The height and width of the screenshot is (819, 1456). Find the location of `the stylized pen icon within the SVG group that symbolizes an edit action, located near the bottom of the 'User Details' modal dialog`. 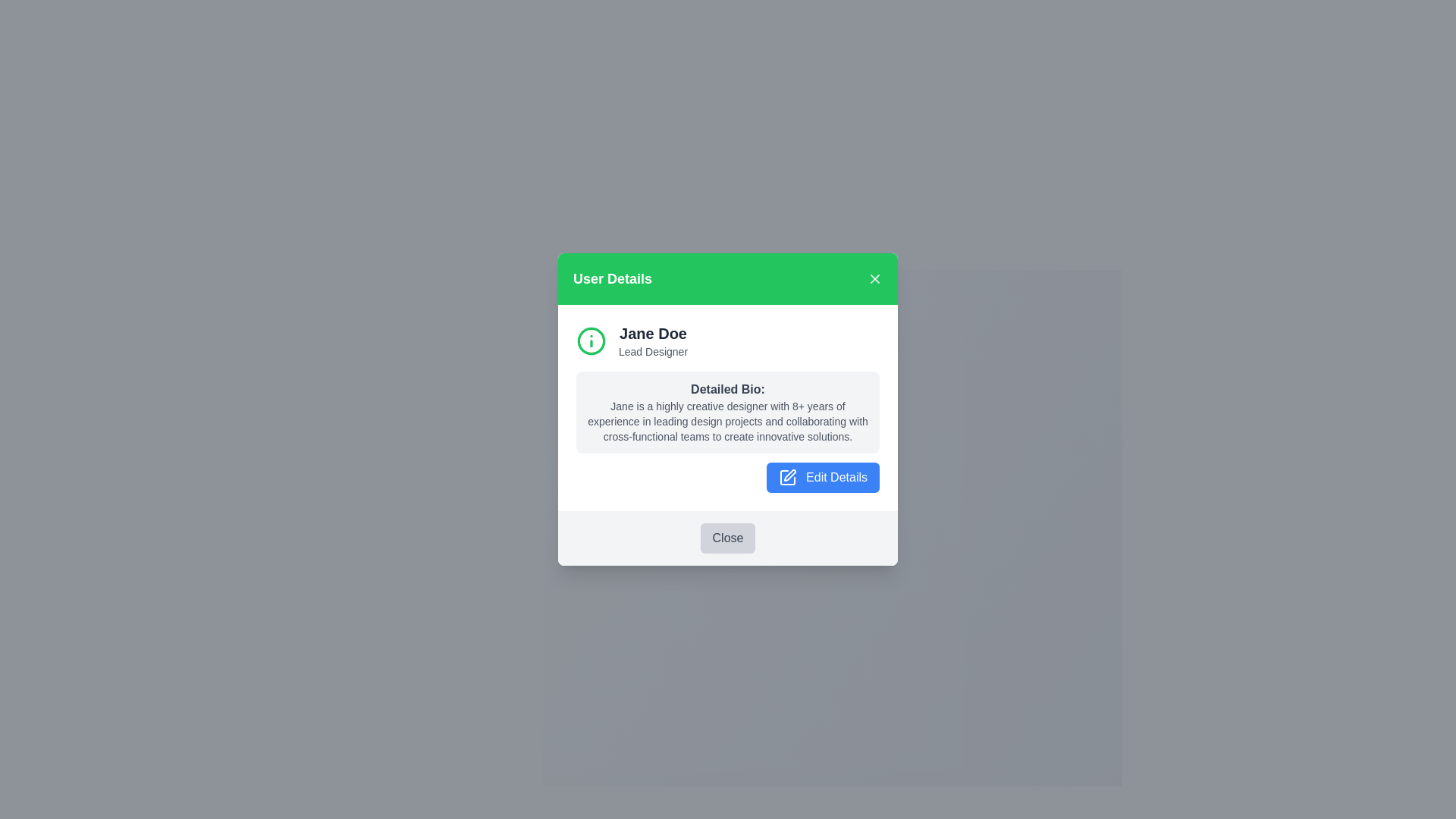

the stylized pen icon within the SVG group that symbolizes an edit action, located near the bottom of the 'User Details' modal dialog is located at coordinates (789, 475).